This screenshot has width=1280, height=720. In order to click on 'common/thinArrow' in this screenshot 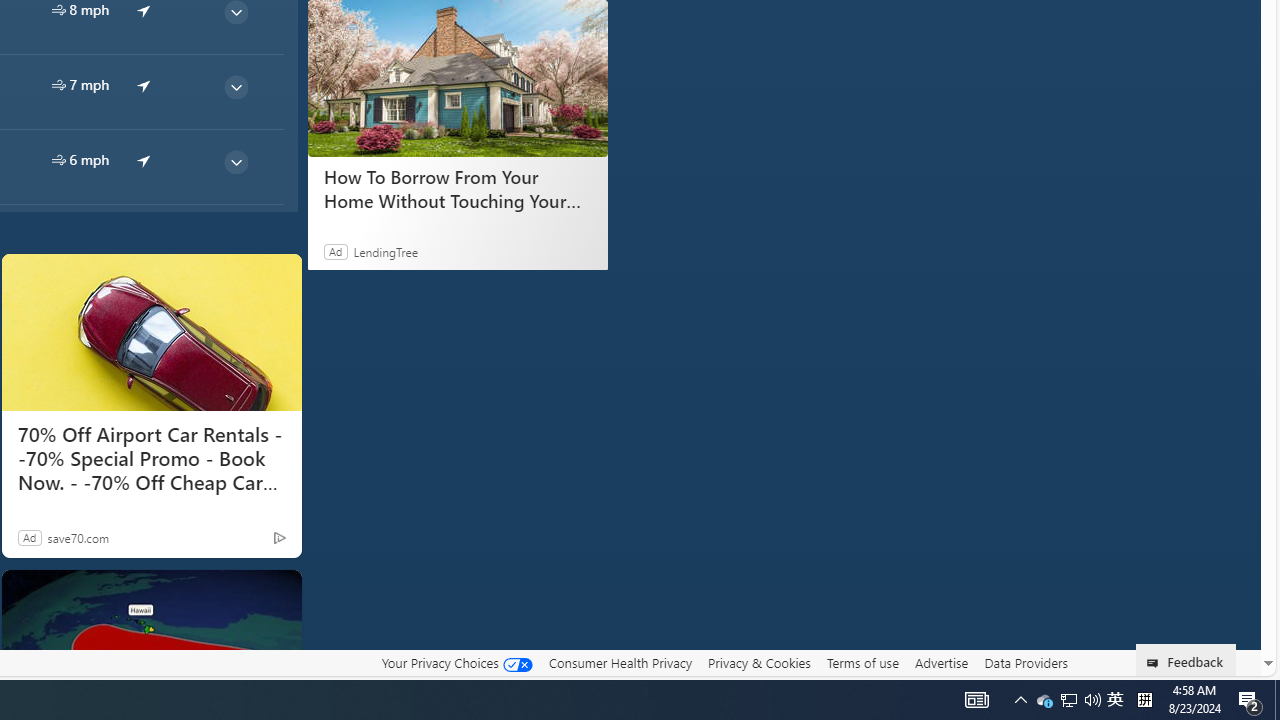, I will do `click(235, 161)`.